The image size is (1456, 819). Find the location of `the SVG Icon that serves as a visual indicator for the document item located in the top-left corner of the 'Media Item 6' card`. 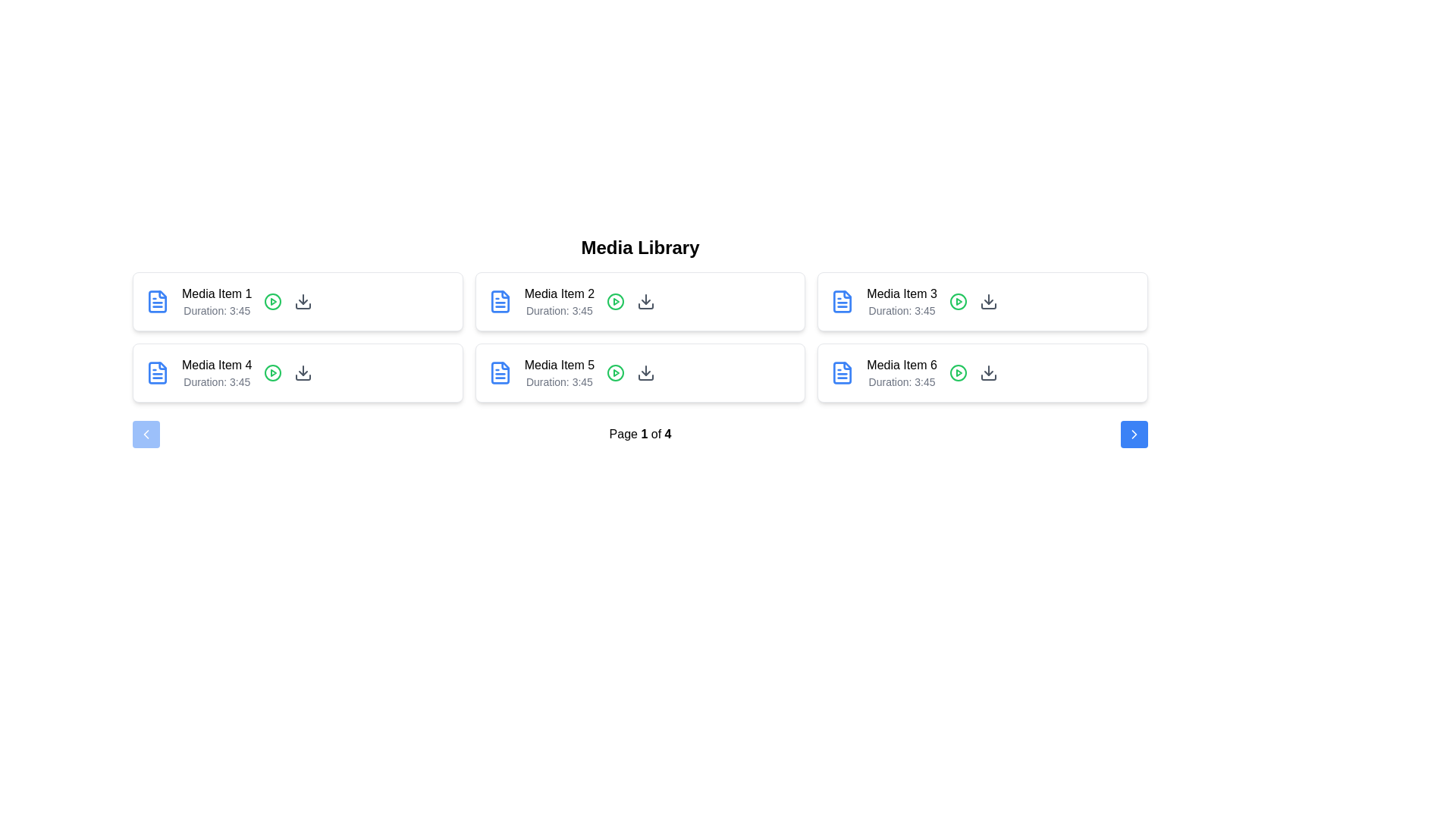

the SVG Icon that serves as a visual indicator for the document item located in the top-left corner of the 'Media Item 6' card is located at coordinates (842, 373).